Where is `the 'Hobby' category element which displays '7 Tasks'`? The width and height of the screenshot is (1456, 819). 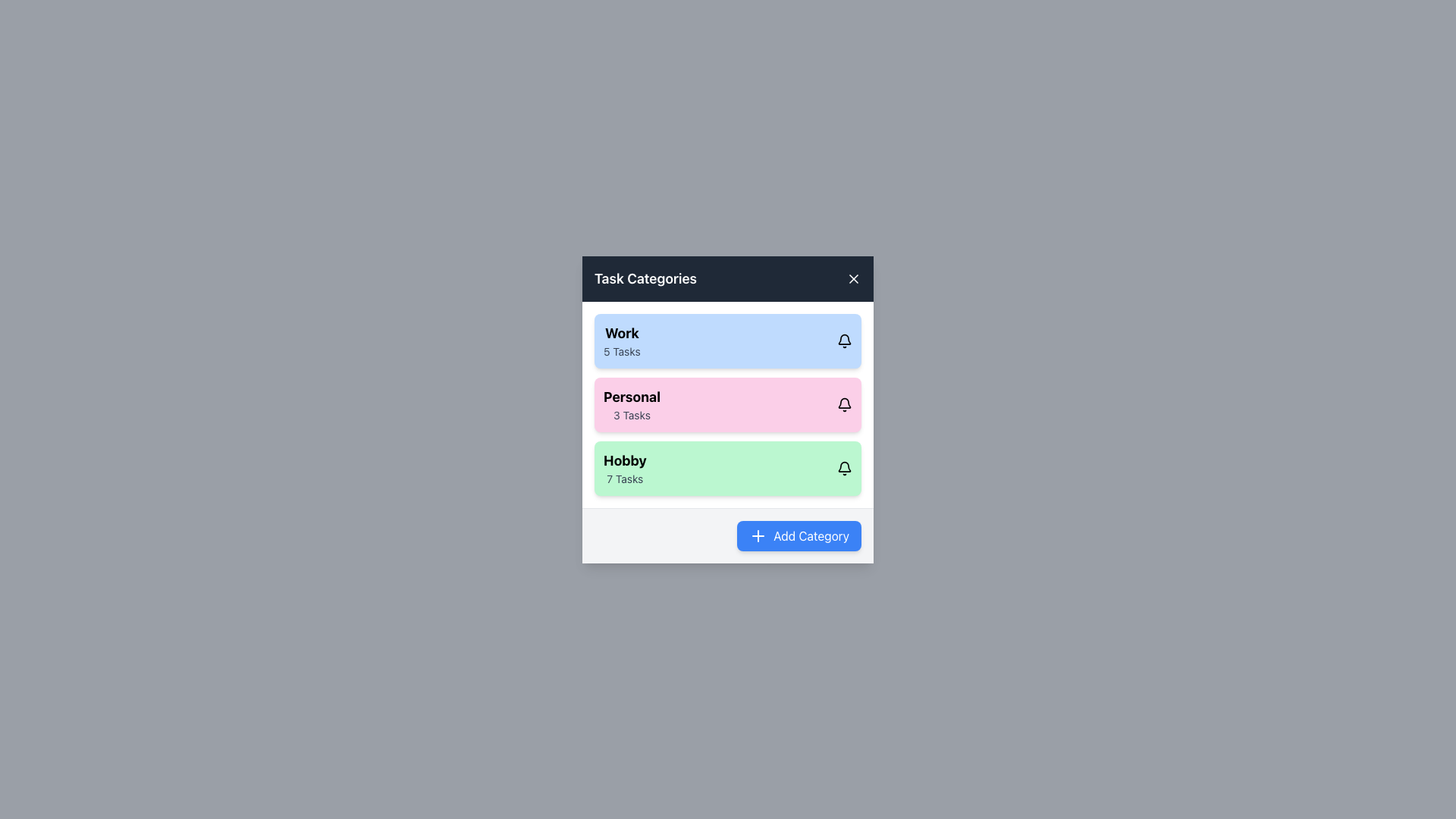
the 'Hobby' category element which displays '7 Tasks' is located at coordinates (728, 467).